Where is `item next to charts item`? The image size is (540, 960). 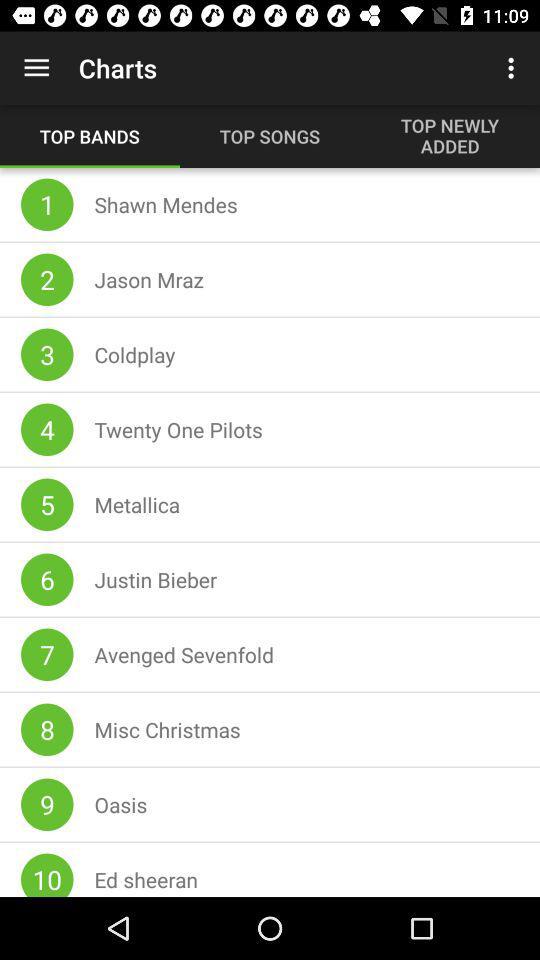 item next to charts item is located at coordinates (513, 68).